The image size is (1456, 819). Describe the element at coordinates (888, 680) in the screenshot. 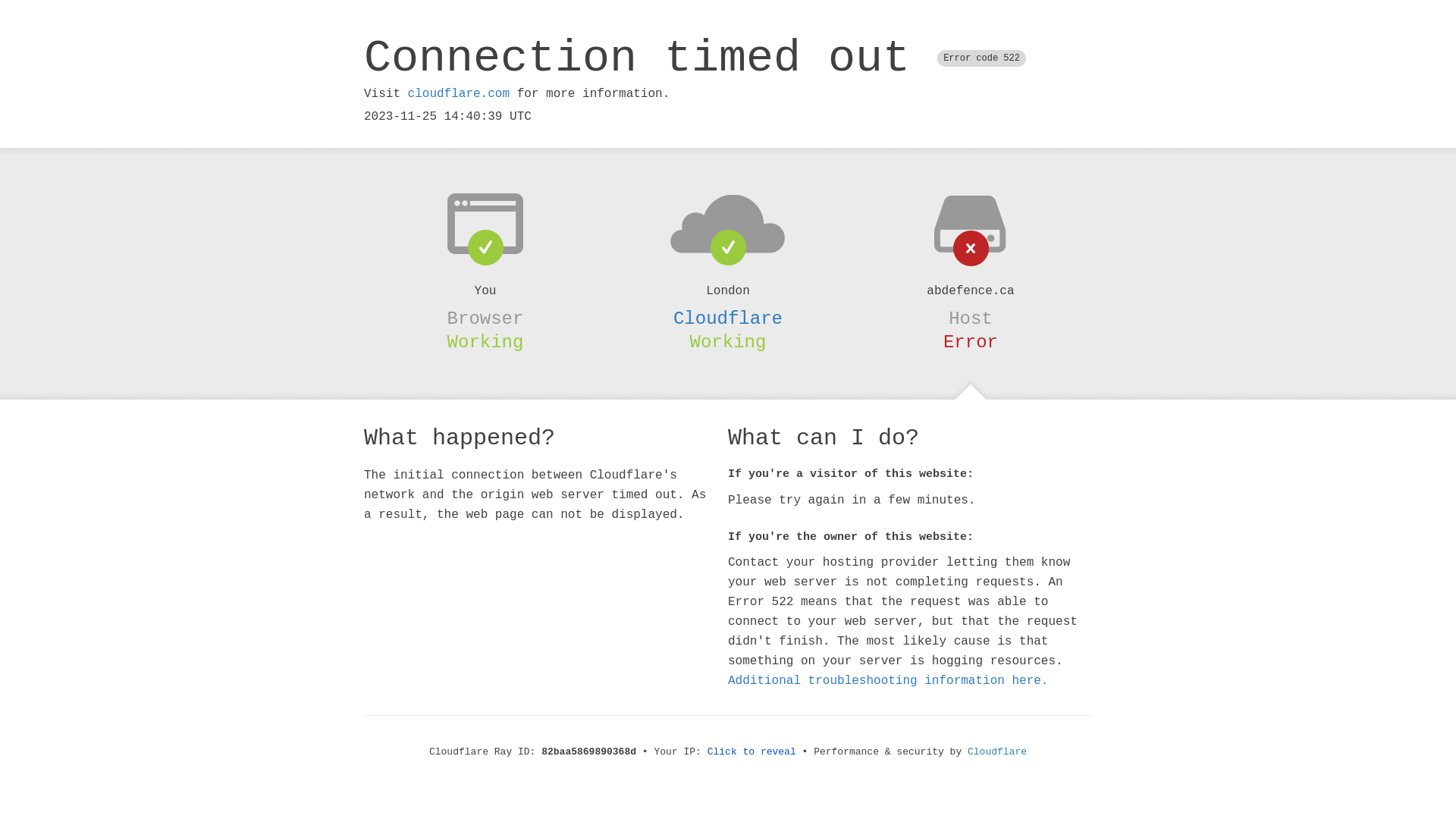

I see `'Additional troubleshooting information here.'` at that location.